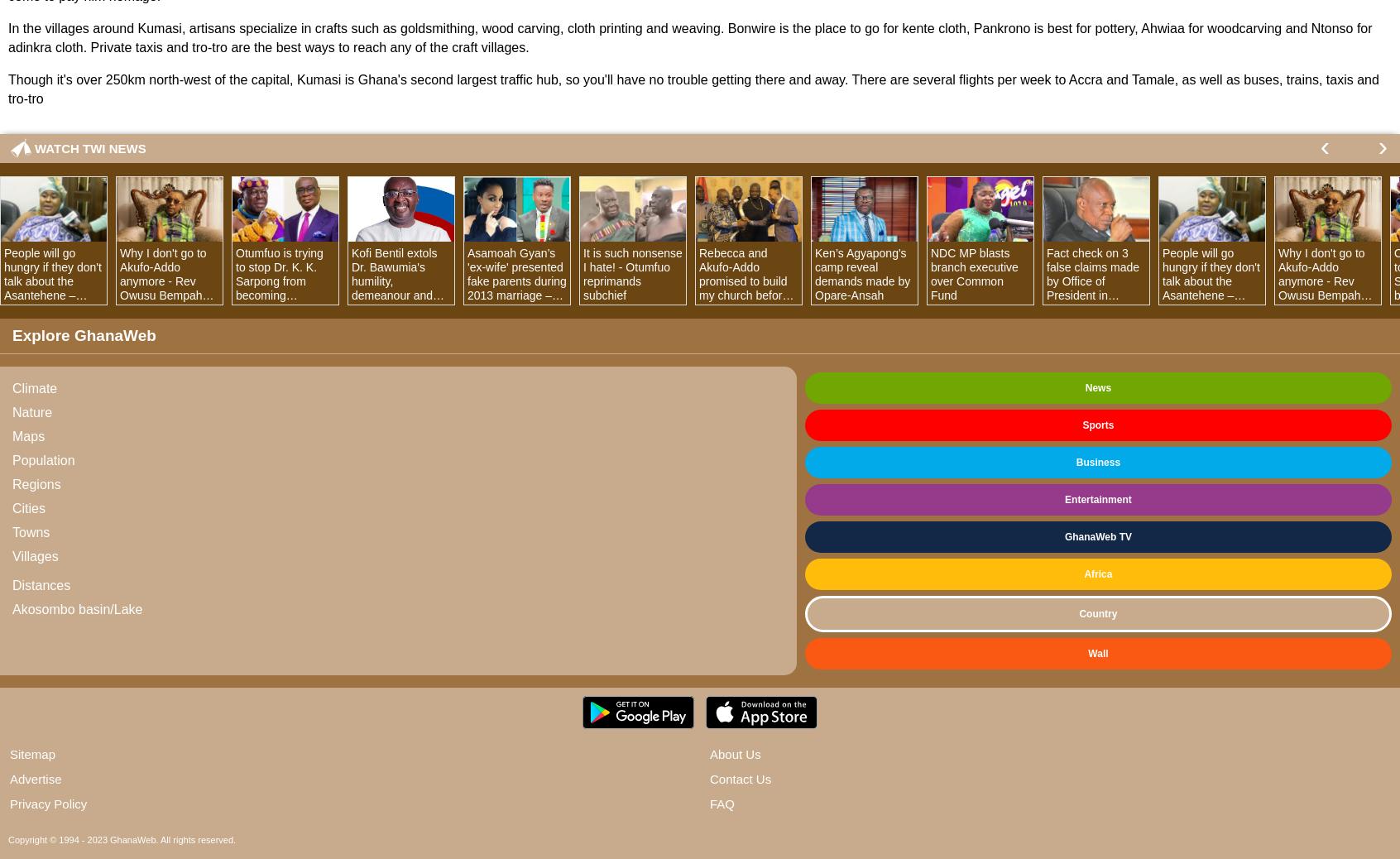 The image size is (1400, 859). I want to click on 'Copyright © 1994 - 2023 GhanaWeb. All rights reserved.', so click(121, 839).